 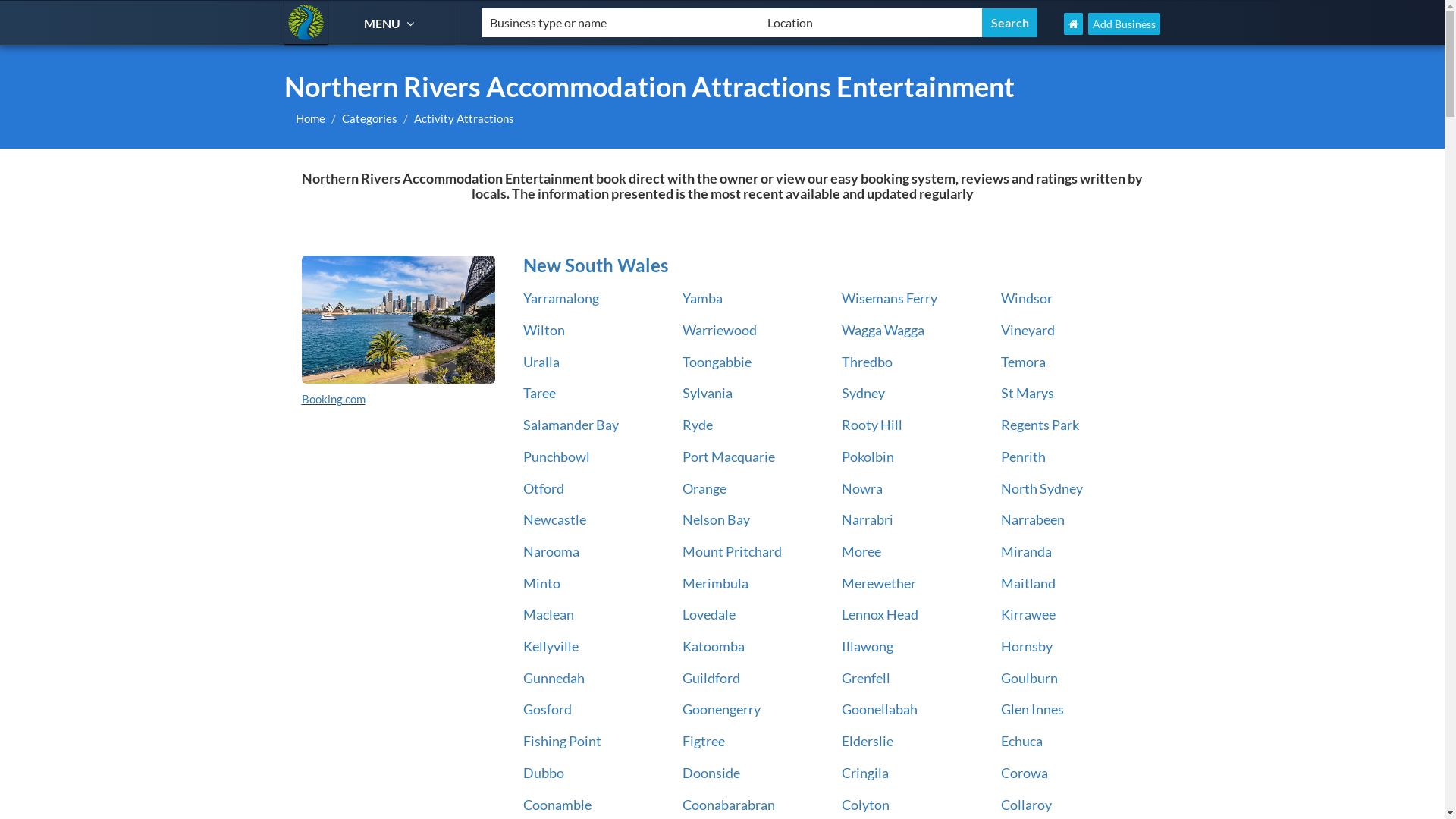 What do you see at coordinates (523, 772) in the screenshot?
I see `'Dubbo'` at bounding box center [523, 772].